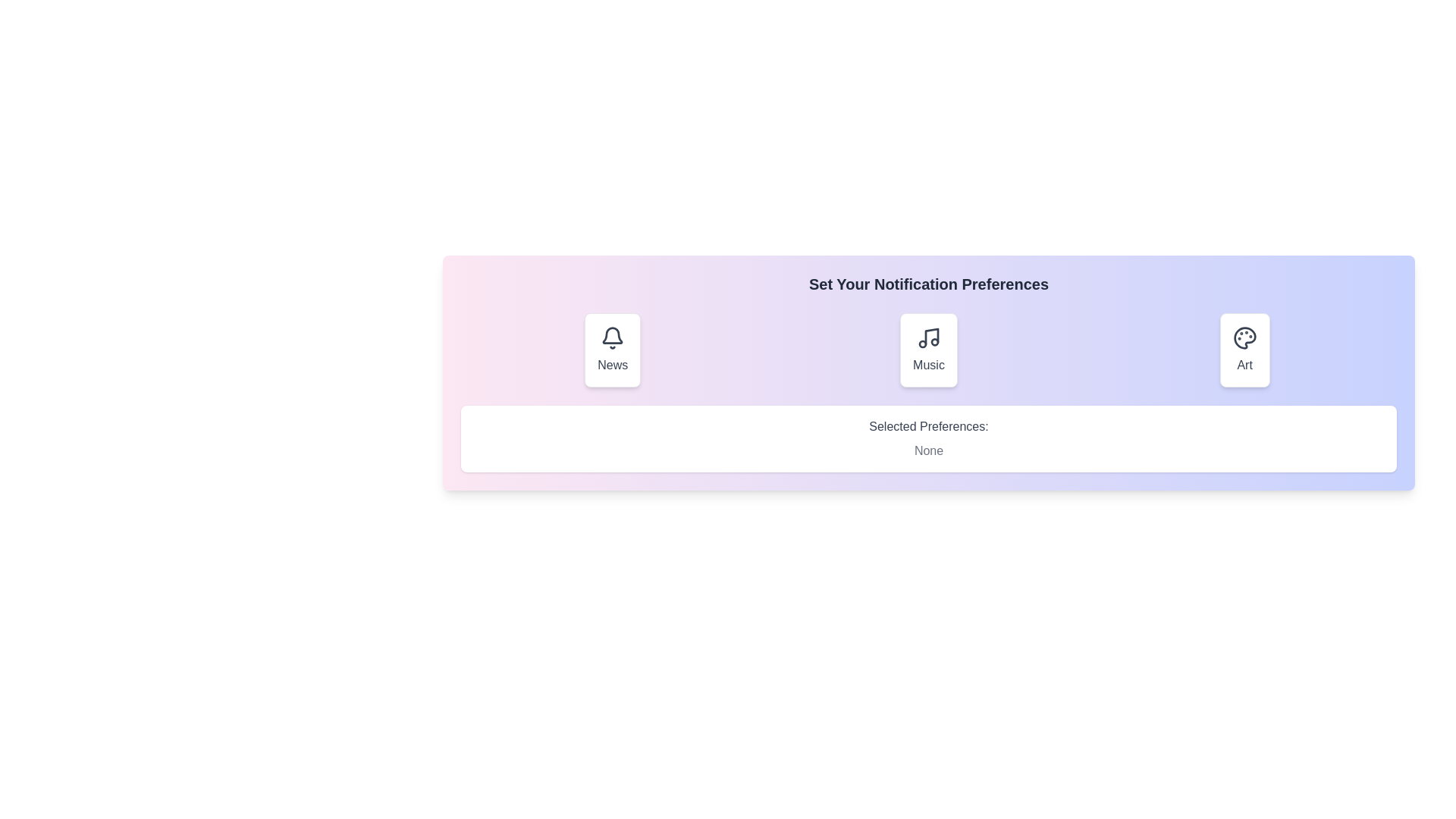  I want to click on the 'Music' category button in the middle of the grid layout to observe the hover scaling effect, so click(927, 350).